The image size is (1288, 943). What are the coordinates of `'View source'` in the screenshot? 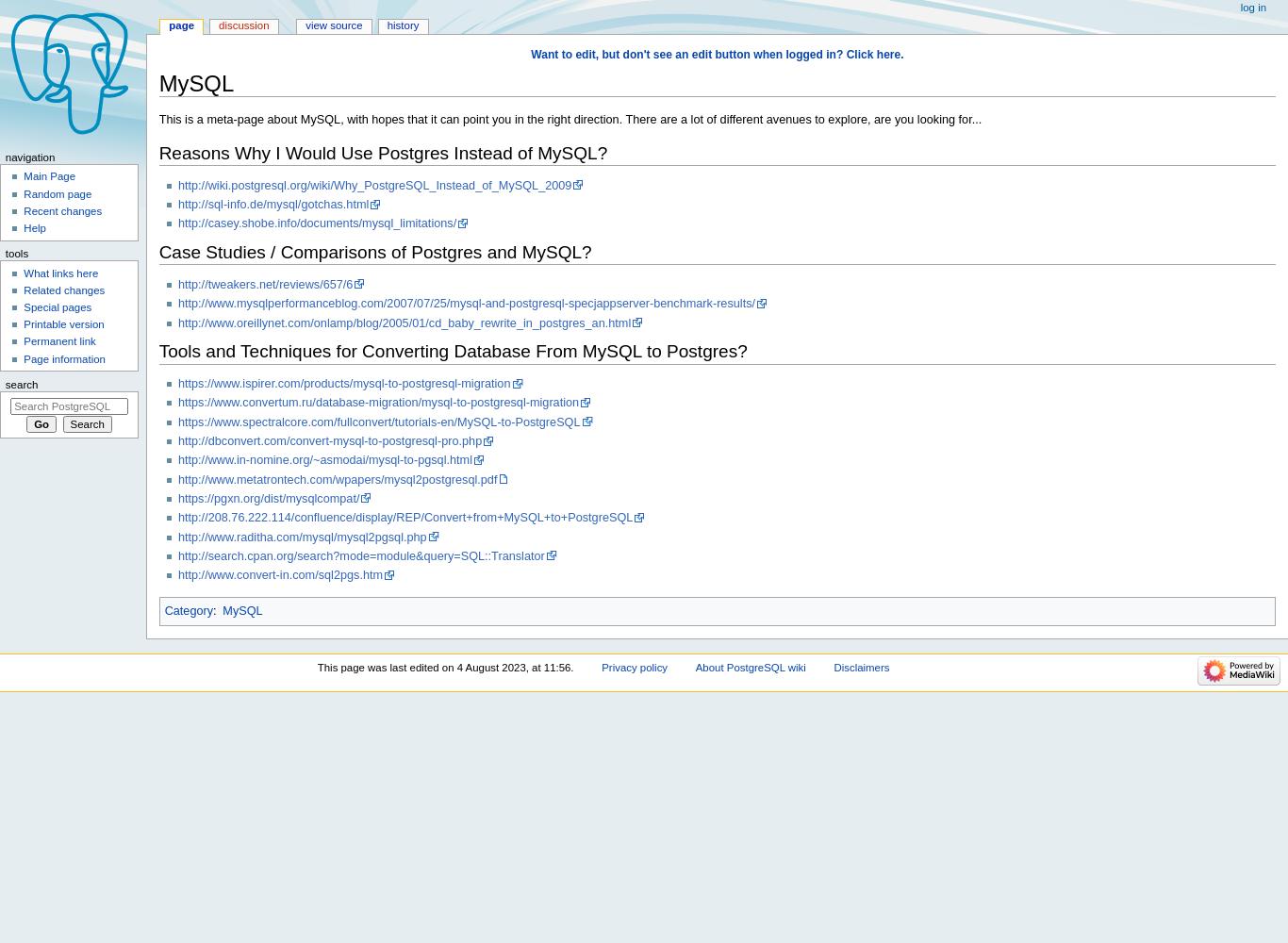 It's located at (333, 25).